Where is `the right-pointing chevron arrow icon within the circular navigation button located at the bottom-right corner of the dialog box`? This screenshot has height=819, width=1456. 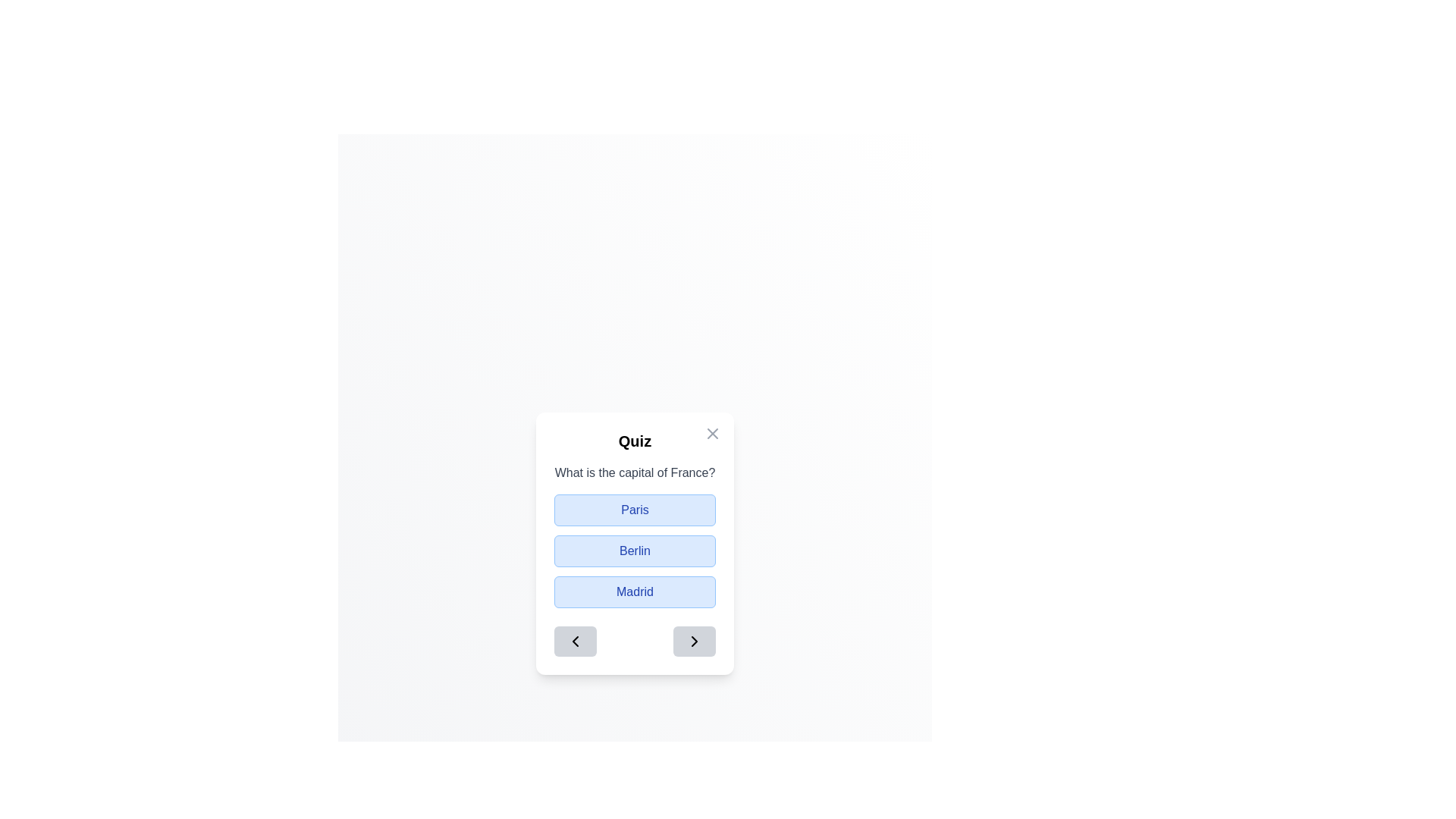 the right-pointing chevron arrow icon within the circular navigation button located at the bottom-right corner of the dialog box is located at coordinates (694, 641).